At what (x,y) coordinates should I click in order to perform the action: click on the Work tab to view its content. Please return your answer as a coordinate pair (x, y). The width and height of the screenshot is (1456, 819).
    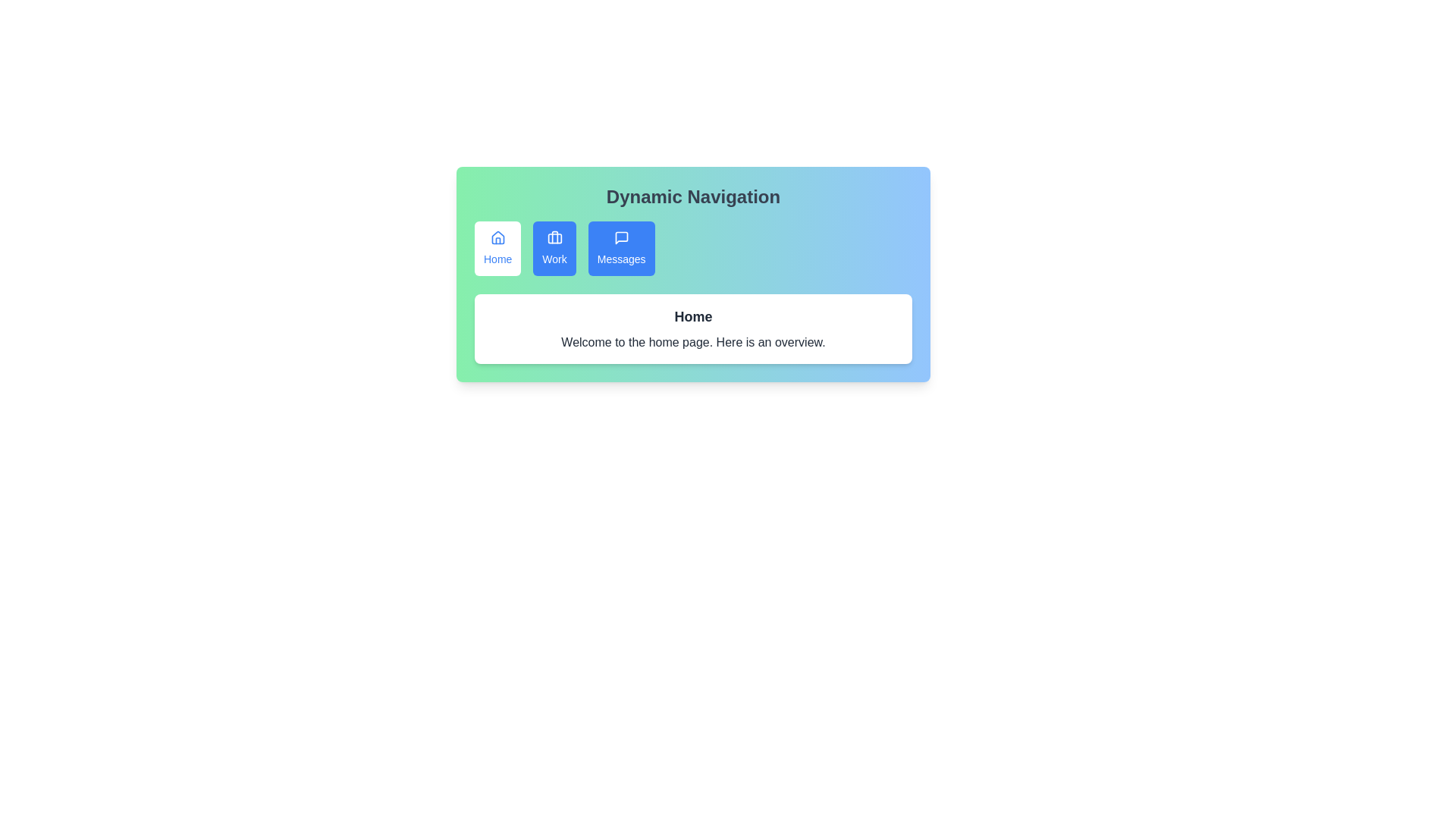
    Looking at the image, I should click on (554, 247).